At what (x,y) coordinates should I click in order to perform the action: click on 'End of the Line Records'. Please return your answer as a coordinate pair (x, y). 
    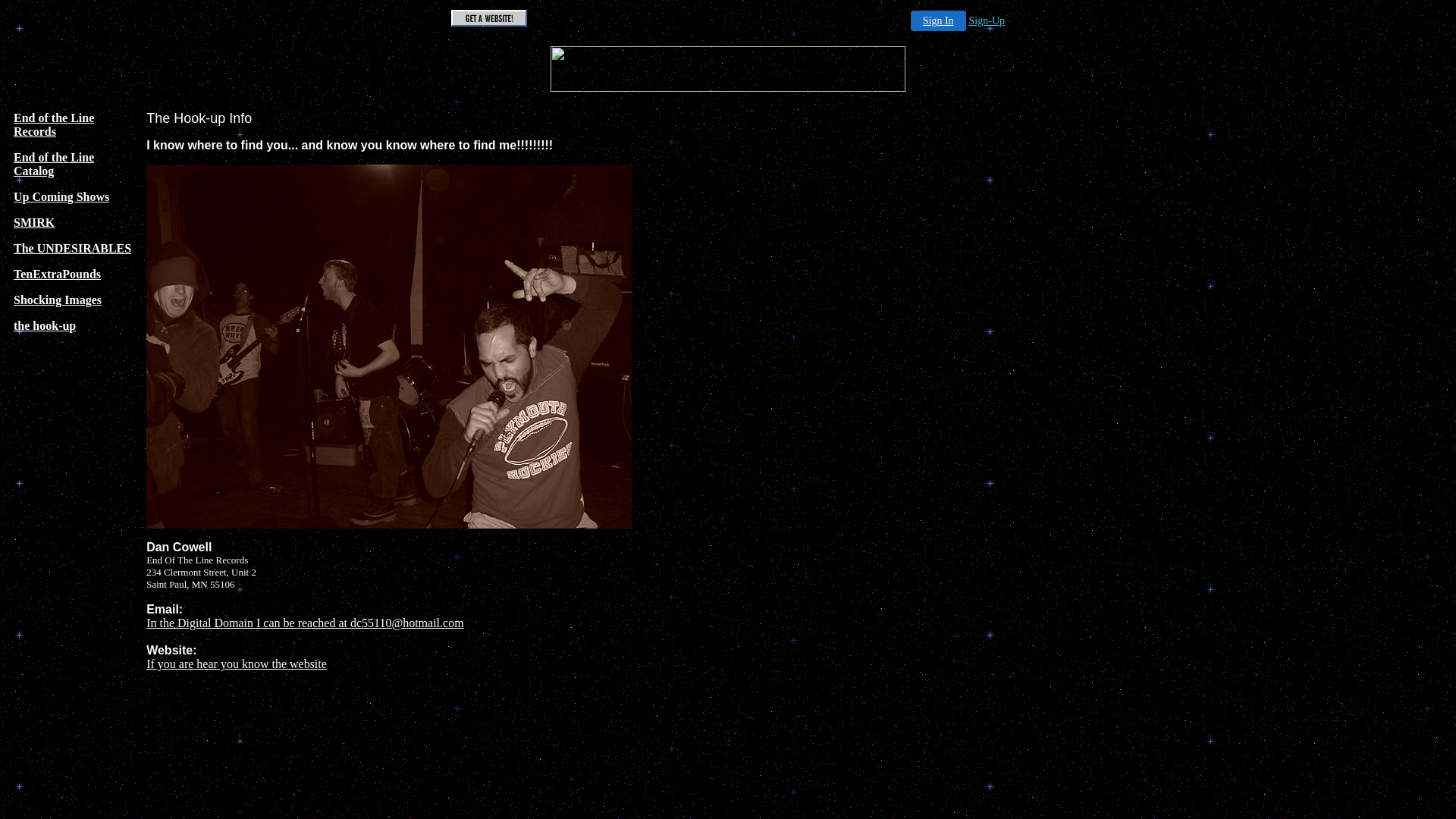
    Looking at the image, I should click on (54, 124).